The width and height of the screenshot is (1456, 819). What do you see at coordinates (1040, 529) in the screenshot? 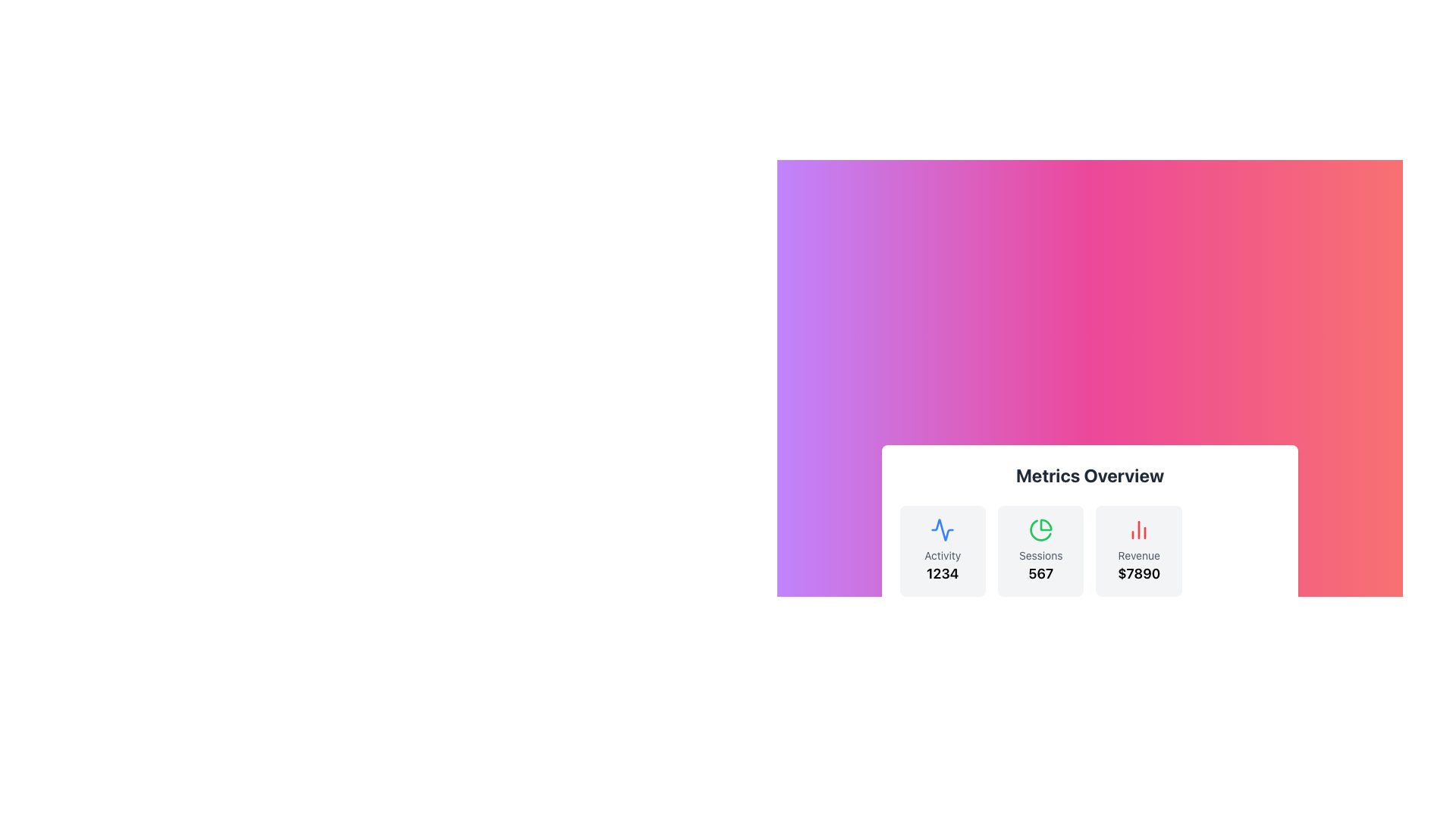
I see `the SVG pie chart icon located at the top of the 'Sessions' card within the 'Metrics Overview' section` at bounding box center [1040, 529].